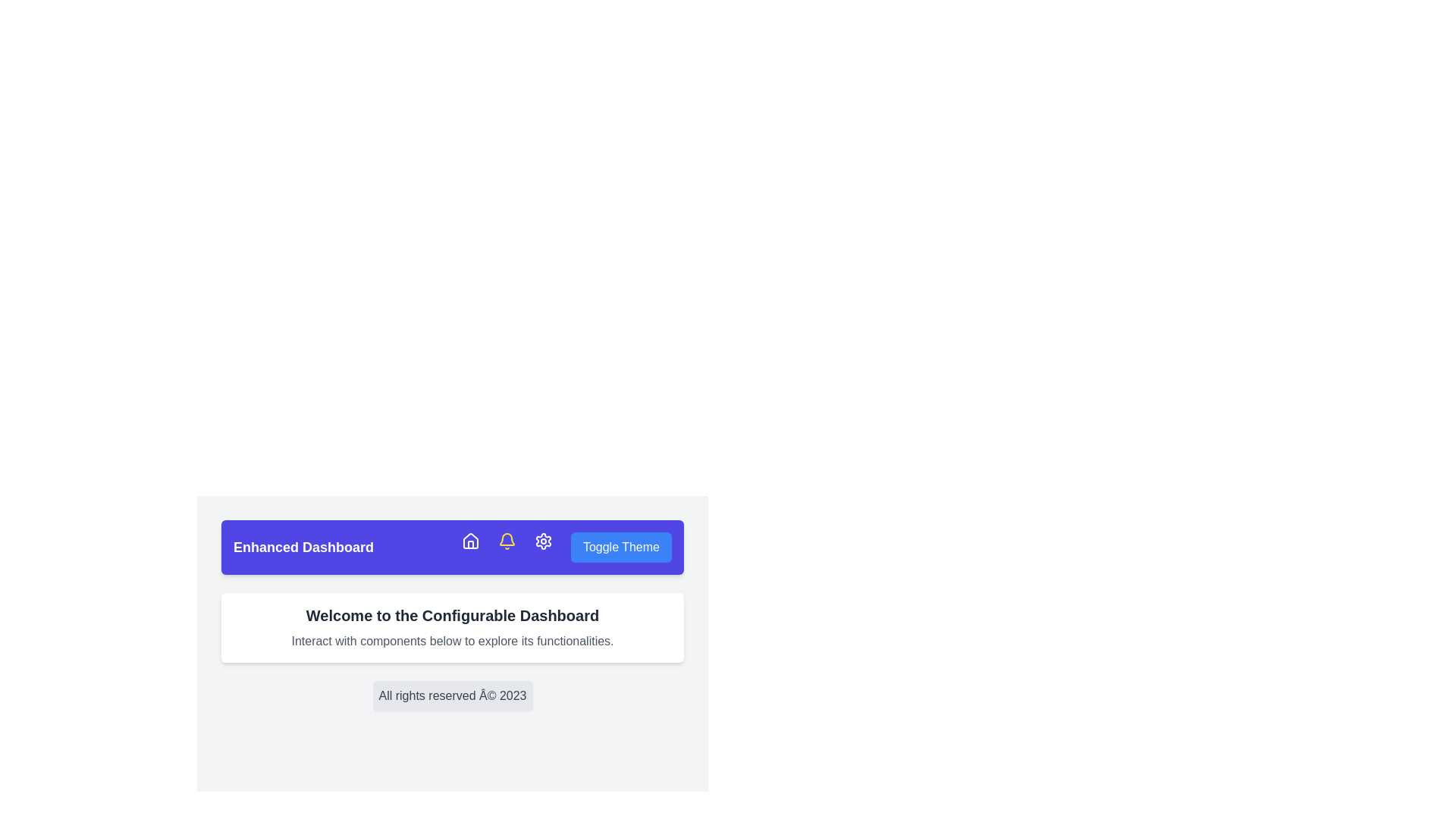  I want to click on the clickable house-shaped icon located in the blue navigation bar, positioned to the left of the bell icon and right of the text 'Enhanced Dashboard', so click(469, 540).